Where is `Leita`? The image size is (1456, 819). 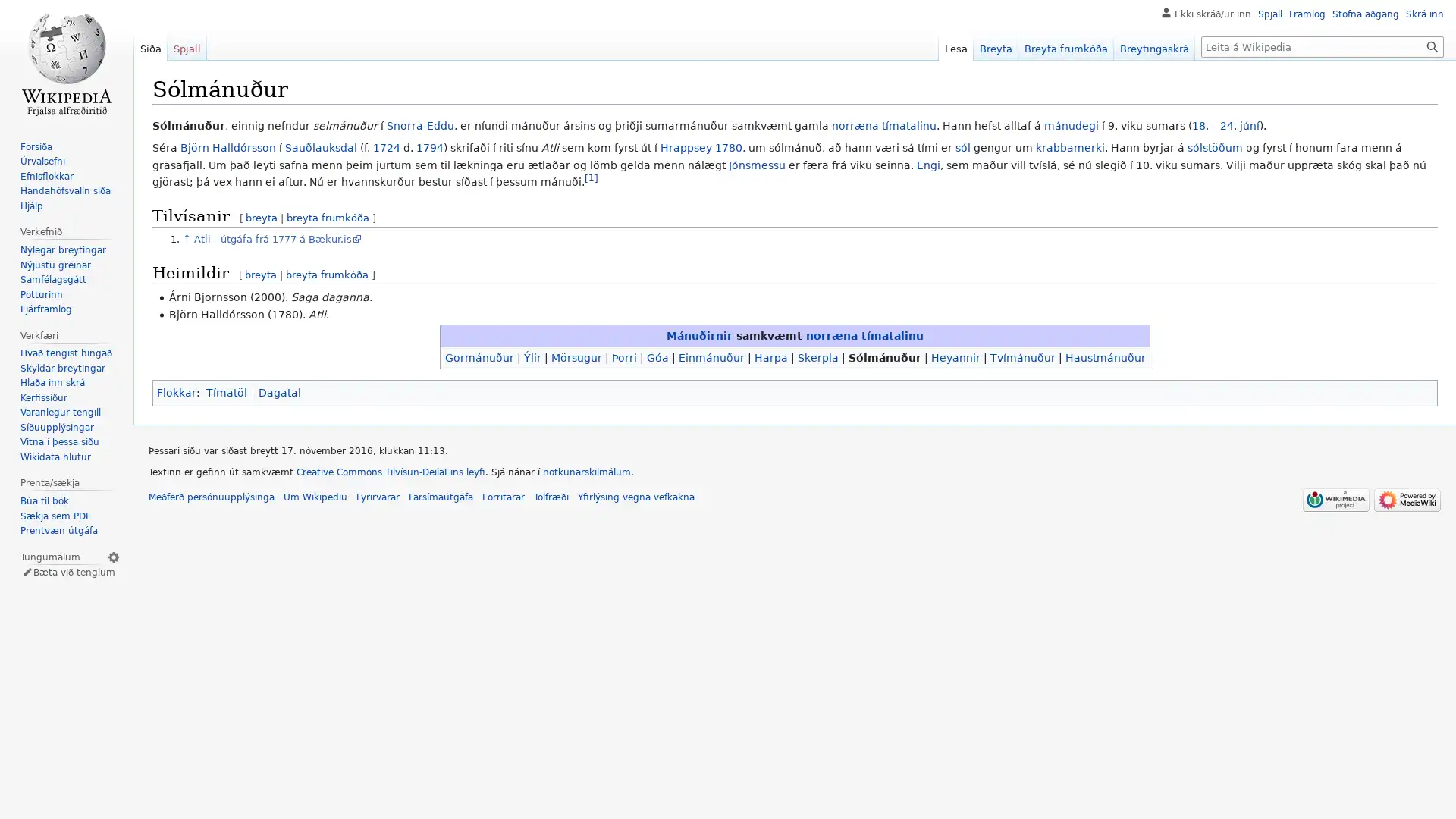 Leita is located at coordinates (1432, 45).